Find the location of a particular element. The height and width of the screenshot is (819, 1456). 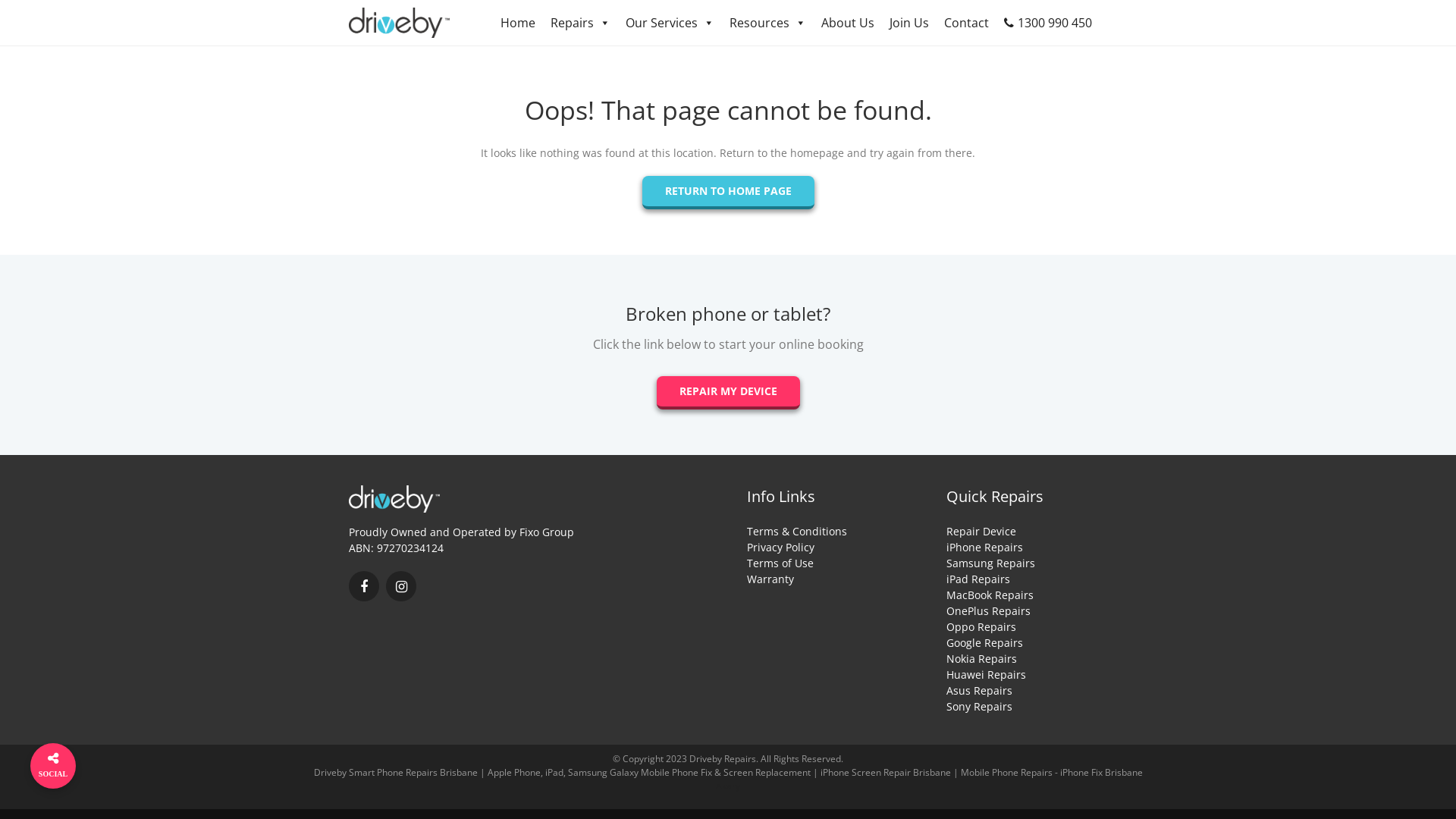

'Driveby - Smart Phone Repairs' is located at coordinates (394, 499).